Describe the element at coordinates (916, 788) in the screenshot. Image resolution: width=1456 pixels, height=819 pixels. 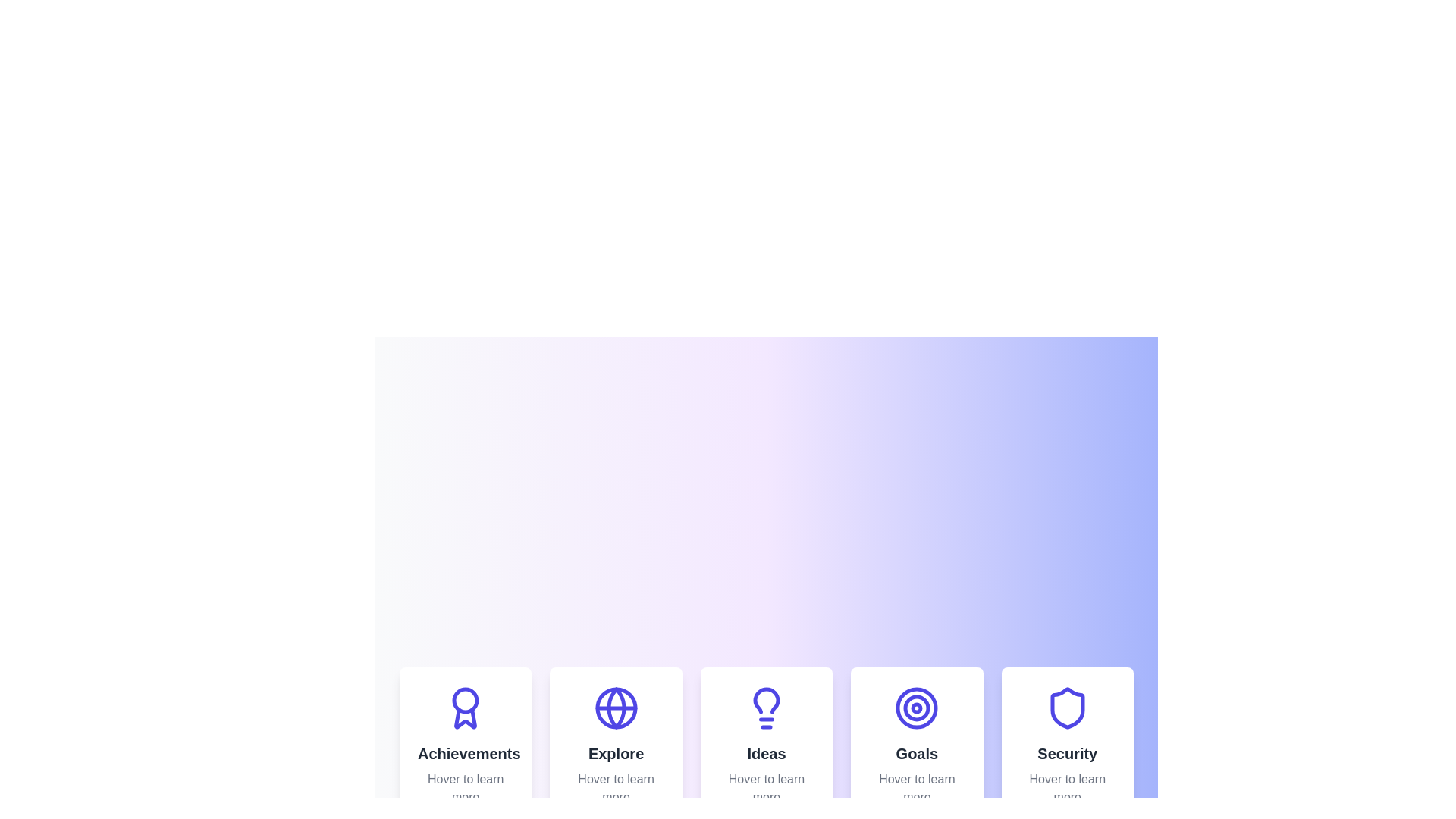
I see `the text label reading 'Hover to learn more' that is styled in gray and located below the title 'Goals' within the Goals card` at that location.